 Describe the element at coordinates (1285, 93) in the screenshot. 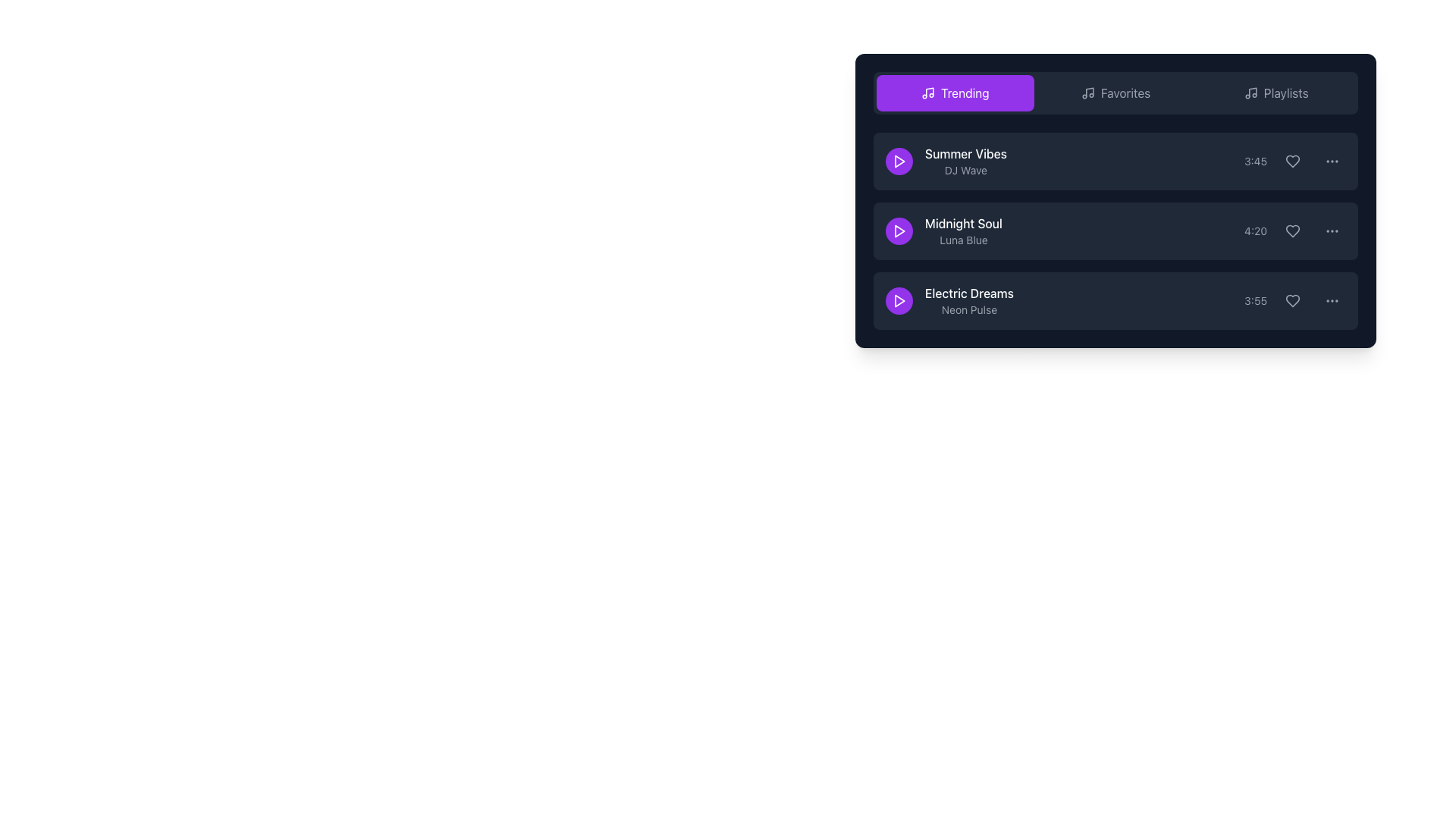

I see `the 'Playlists' navigation link located in the top navigation bar` at that location.